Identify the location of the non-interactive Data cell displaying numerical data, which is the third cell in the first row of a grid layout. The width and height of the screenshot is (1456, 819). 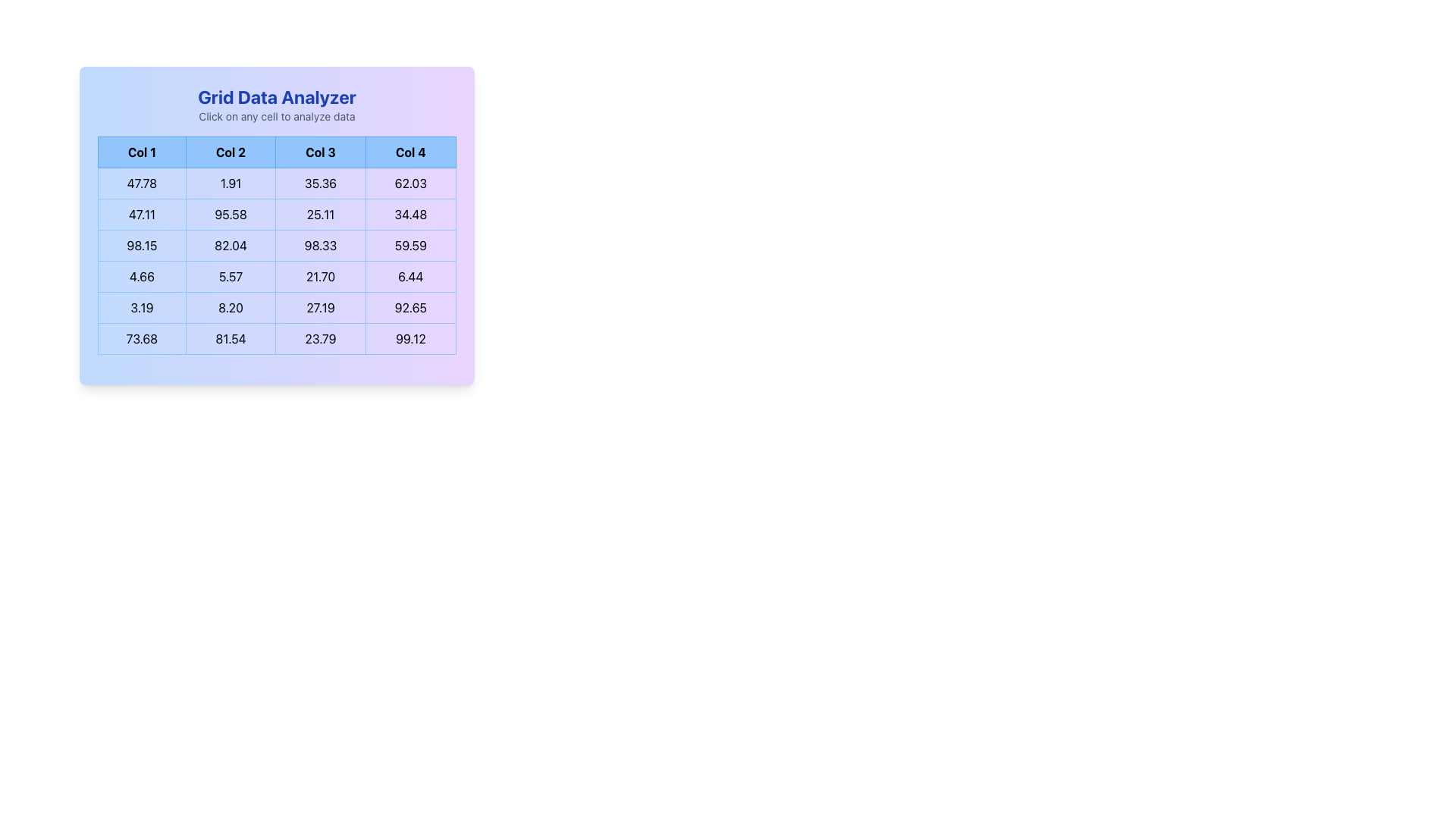
(319, 183).